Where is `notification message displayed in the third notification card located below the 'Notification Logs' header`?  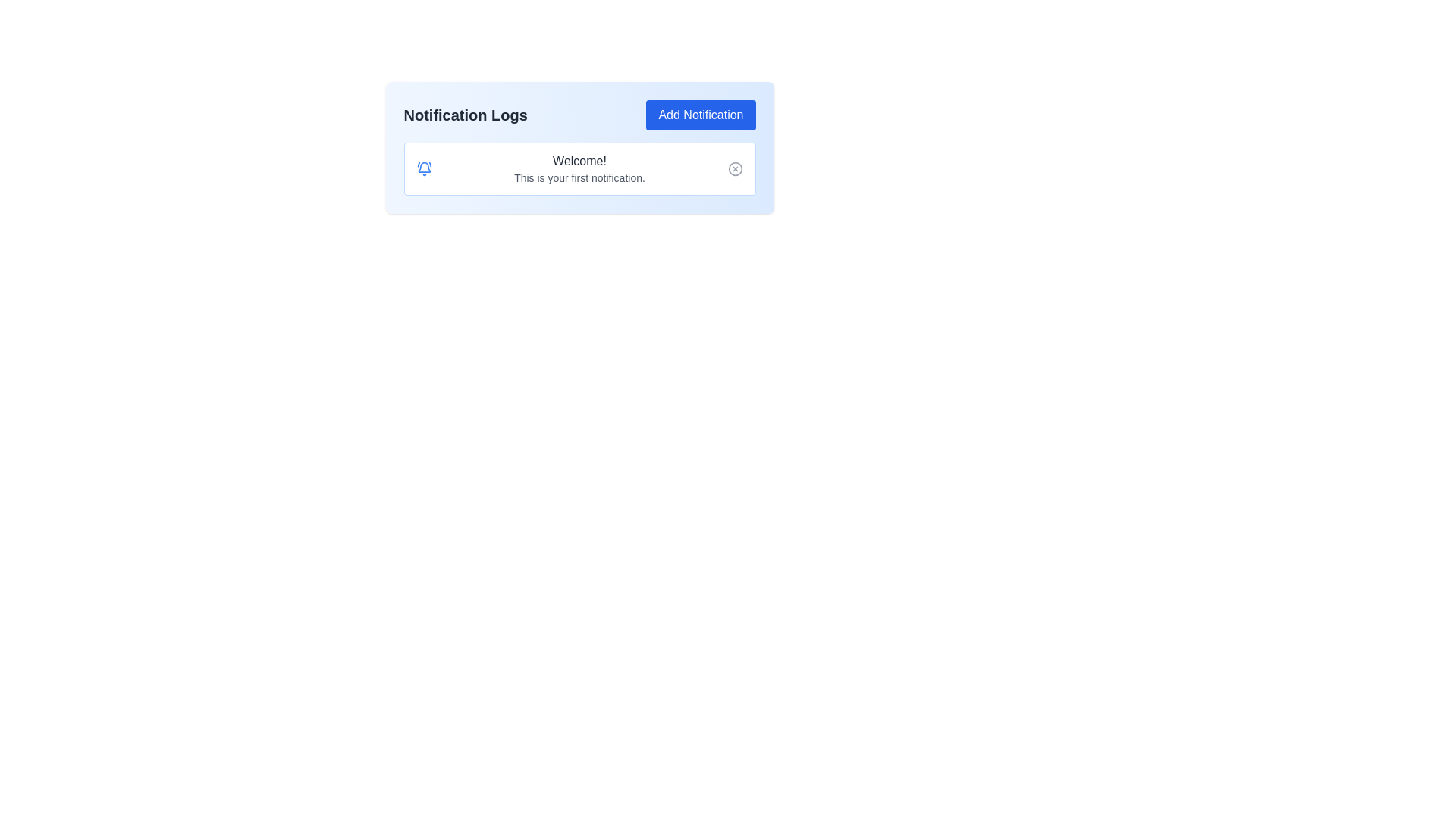
notification message displayed in the third notification card located below the 'Notification Logs' header is located at coordinates (579, 169).